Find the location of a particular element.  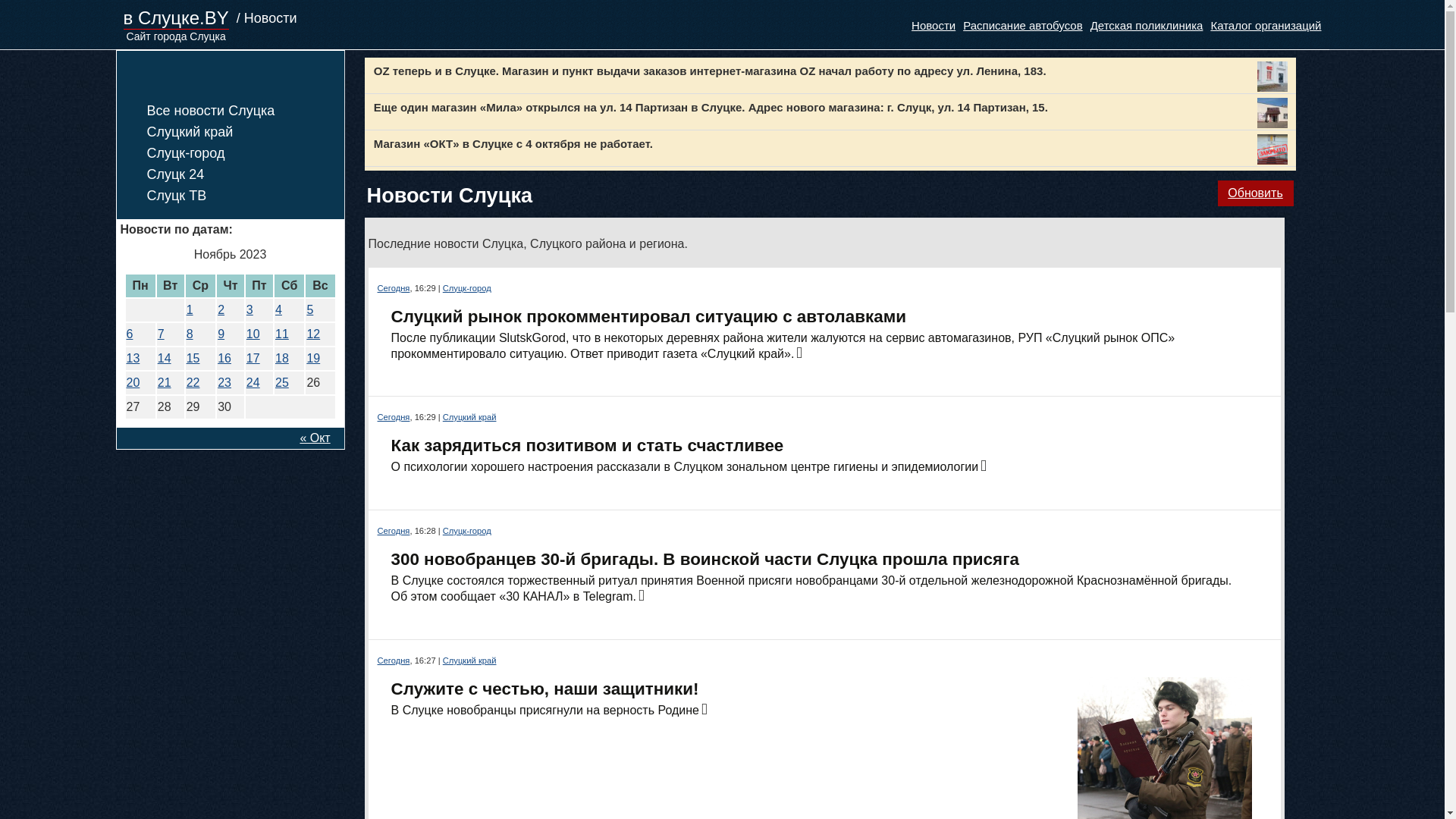

'25' is located at coordinates (275, 381).